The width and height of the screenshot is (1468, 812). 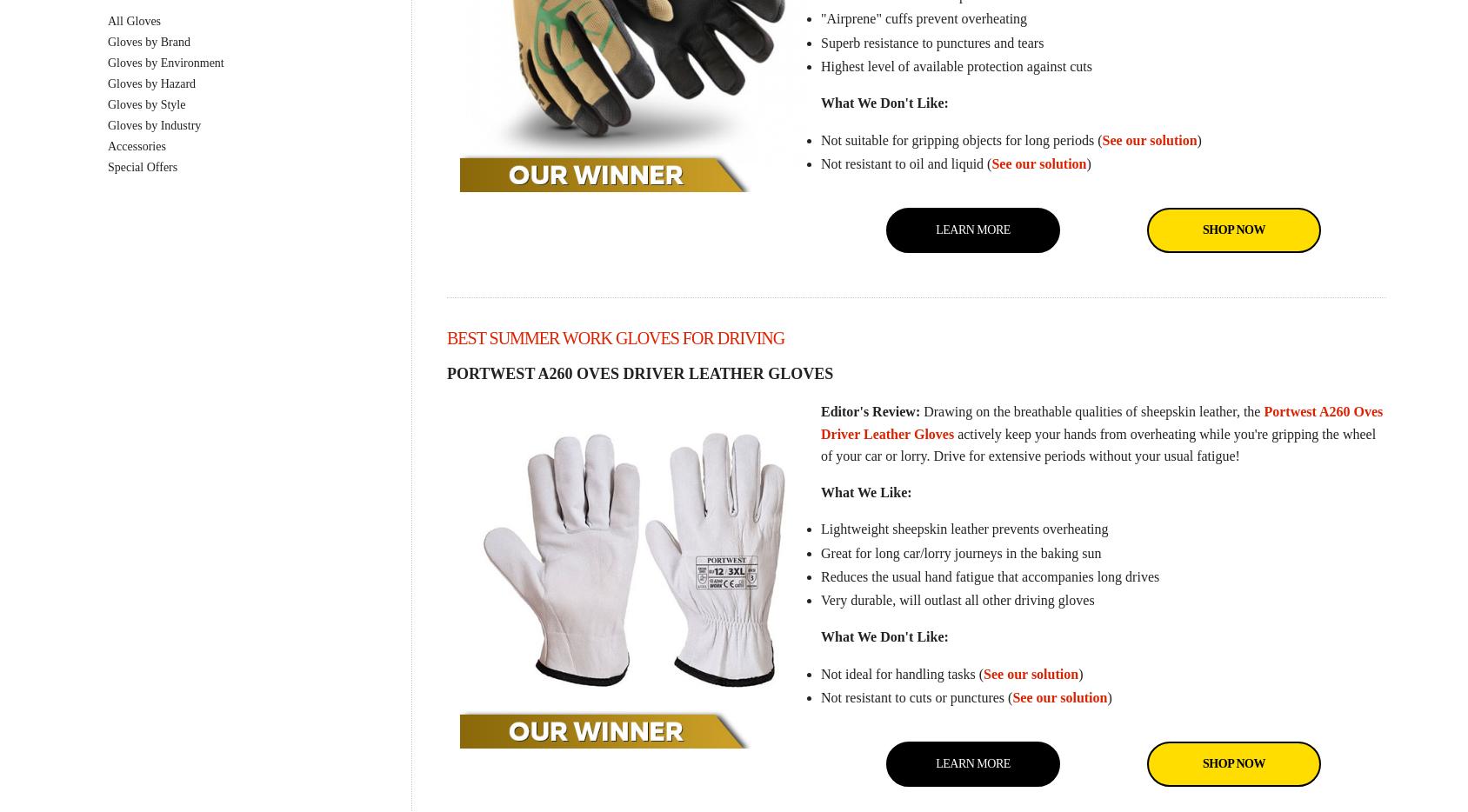 What do you see at coordinates (960, 139) in the screenshot?
I see `'Not suitable for gripping objects for long periods ('` at bounding box center [960, 139].